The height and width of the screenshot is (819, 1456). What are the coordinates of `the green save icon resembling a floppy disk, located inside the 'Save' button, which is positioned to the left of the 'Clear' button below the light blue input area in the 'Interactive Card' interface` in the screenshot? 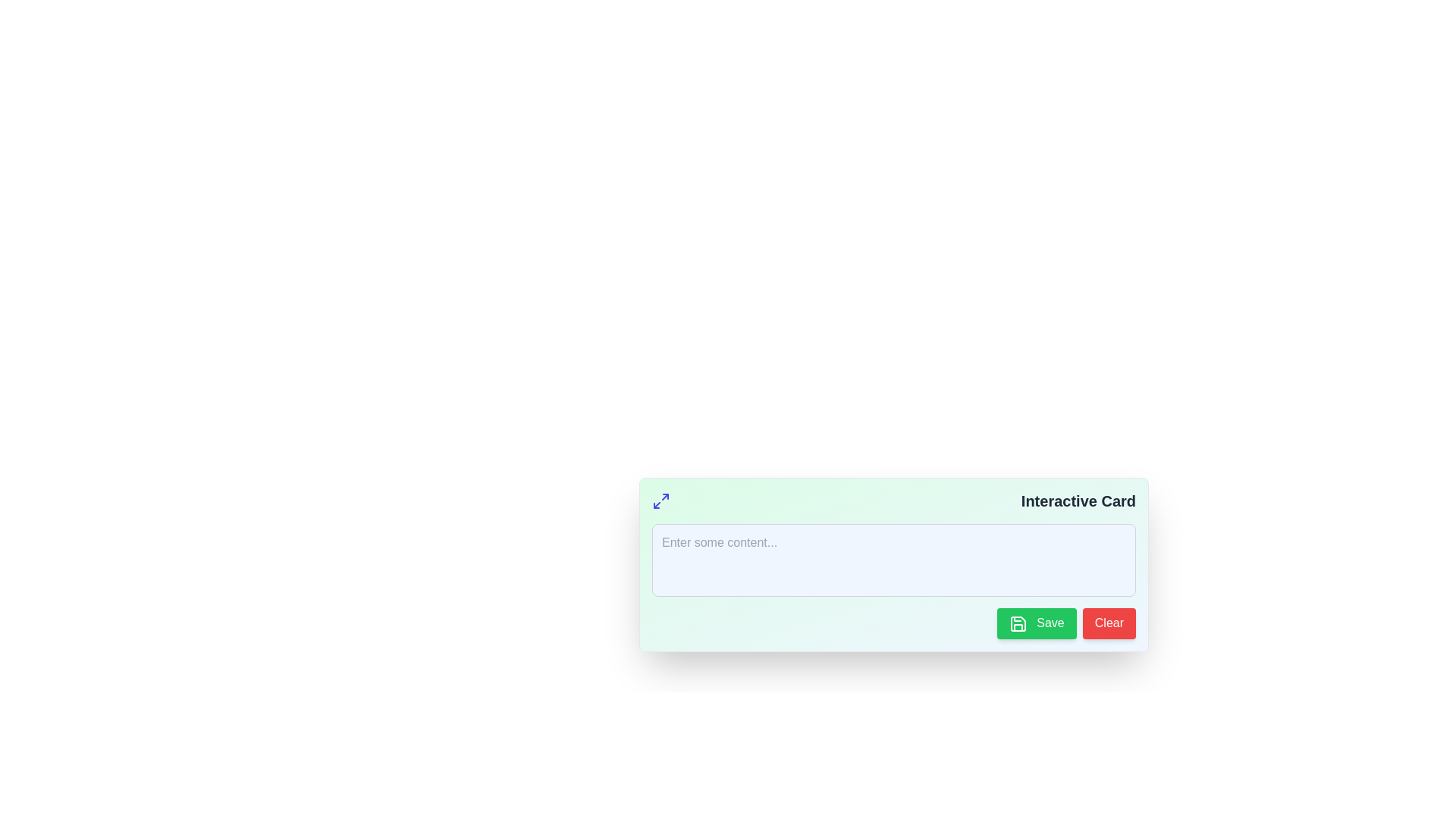 It's located at (1018, 623).